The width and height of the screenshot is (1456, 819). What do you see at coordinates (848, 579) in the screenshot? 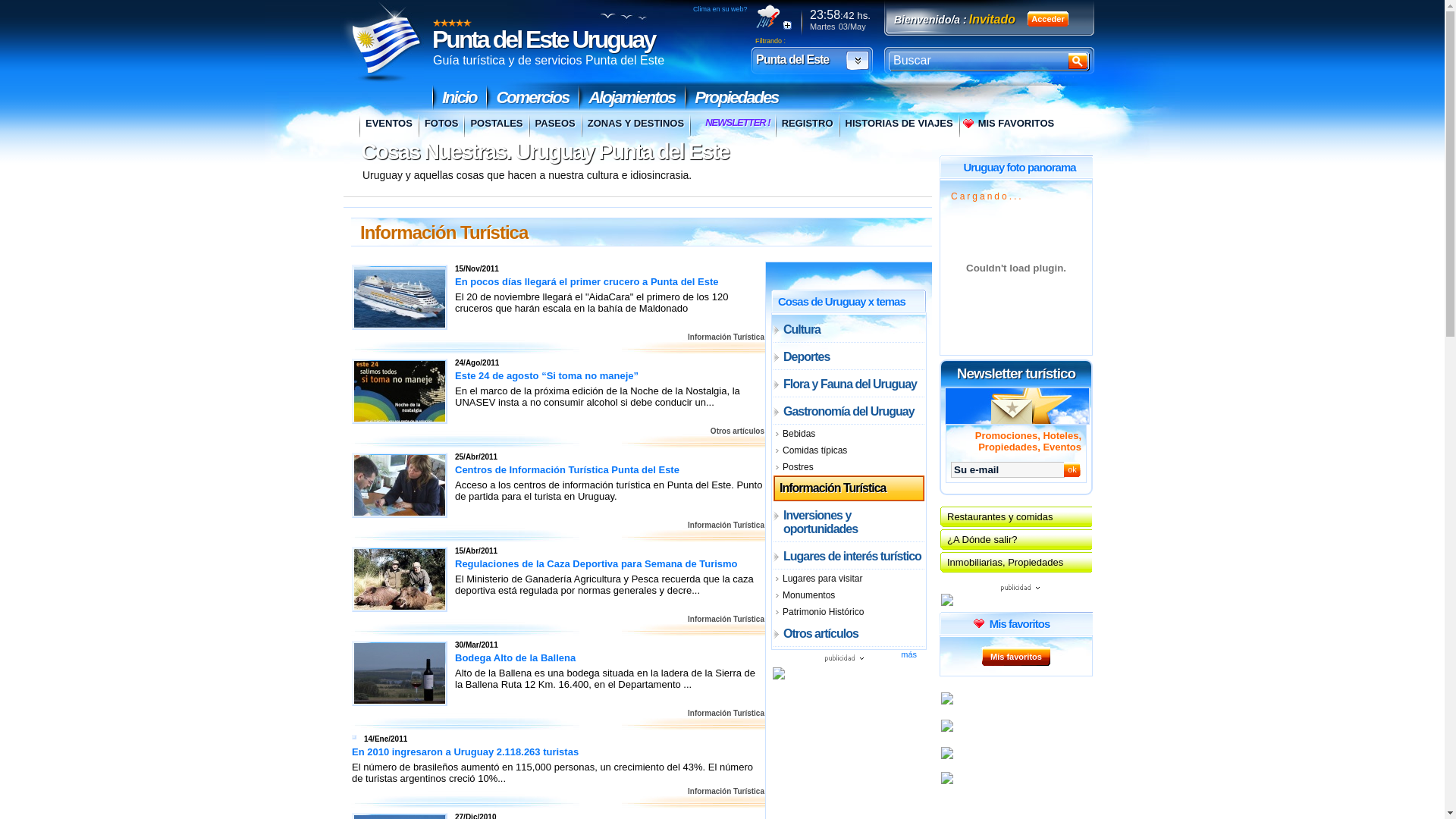
I see `'Lugares para visitar'` at bounding box center [848, 579].